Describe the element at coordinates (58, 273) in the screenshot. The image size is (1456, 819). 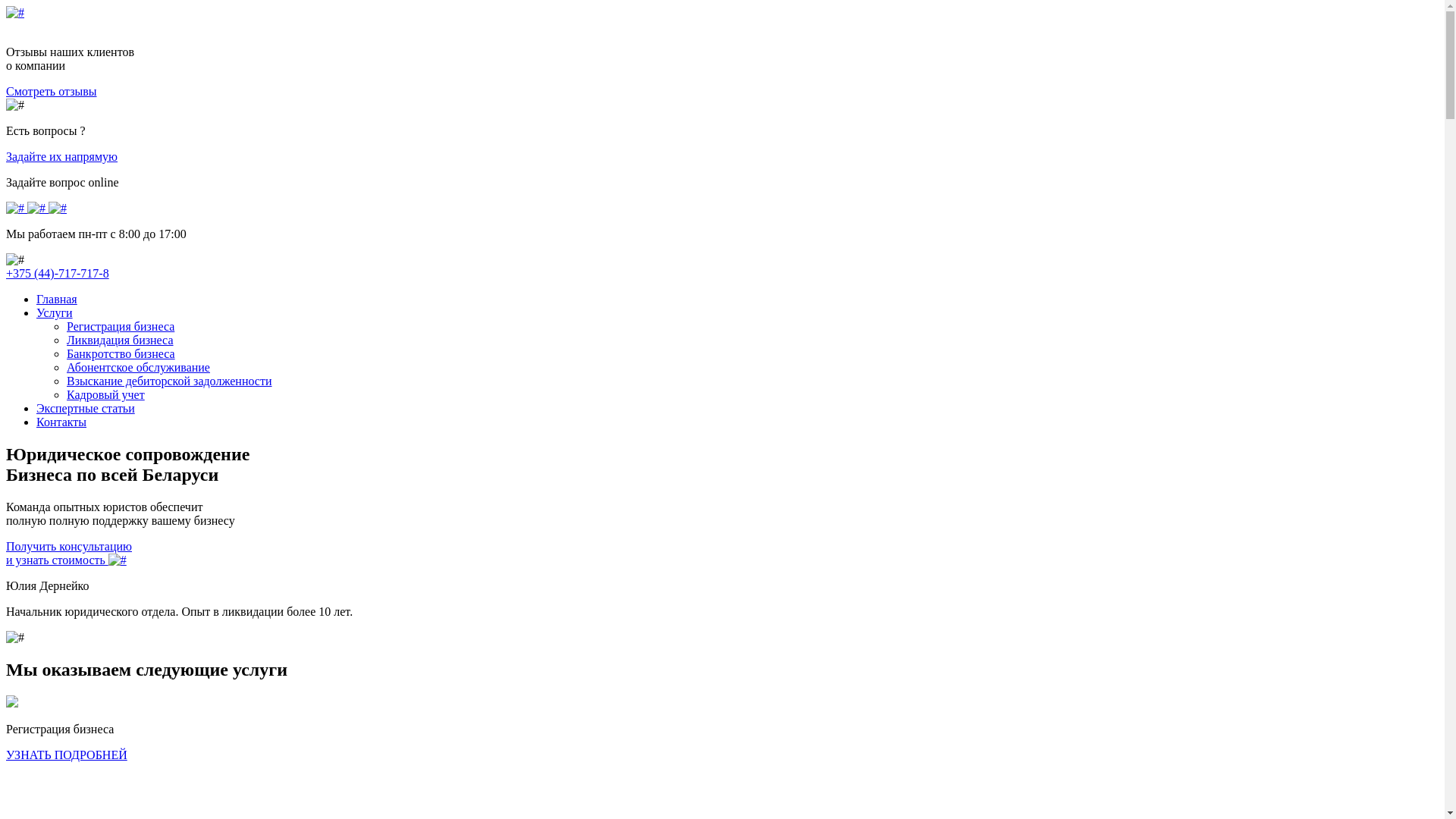
I see `'+375 (44)-717-717-8'` at that location.